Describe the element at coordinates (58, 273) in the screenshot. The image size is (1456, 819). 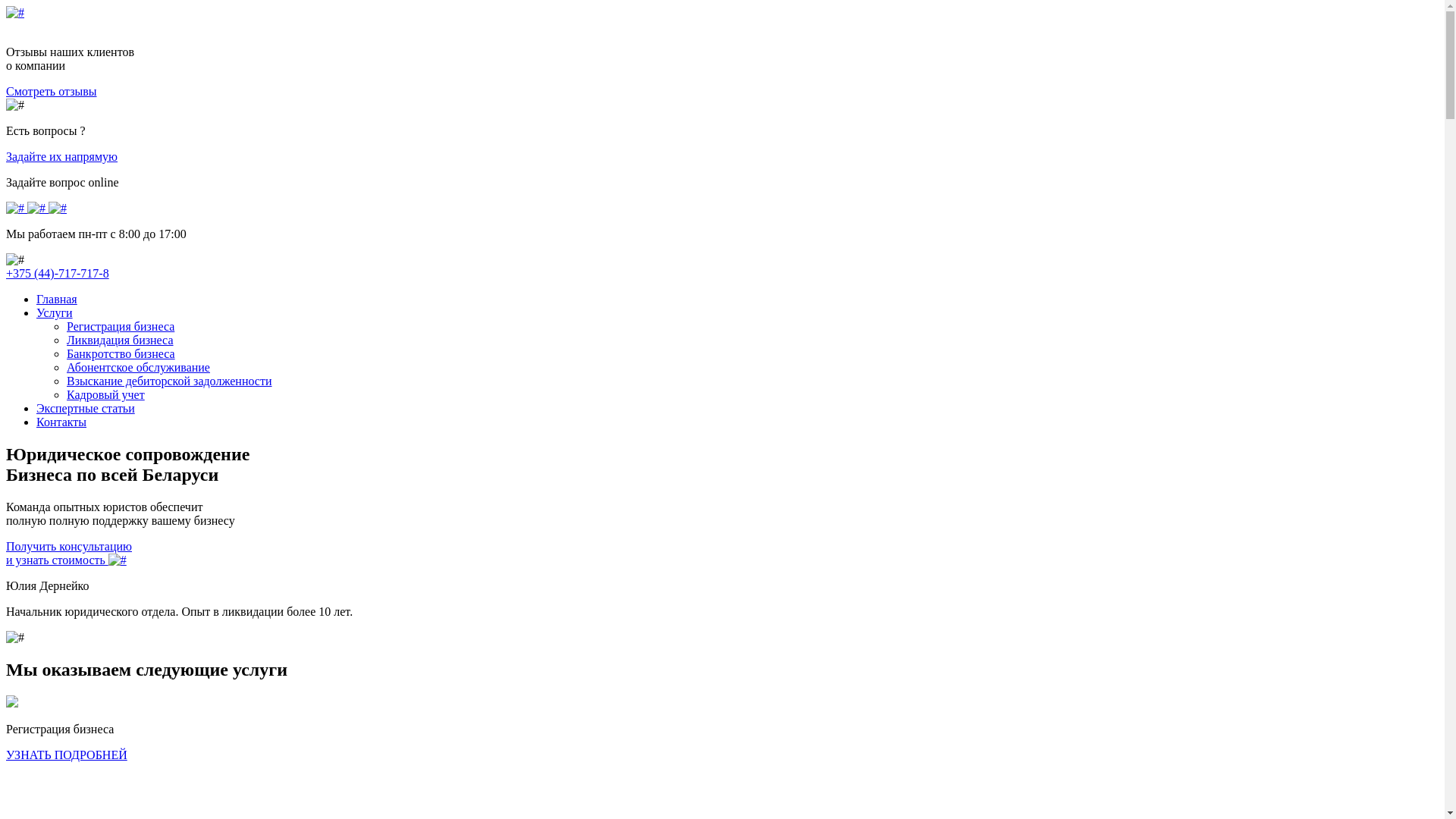
I see `'+375 (44)-717-717-8'` at that location.